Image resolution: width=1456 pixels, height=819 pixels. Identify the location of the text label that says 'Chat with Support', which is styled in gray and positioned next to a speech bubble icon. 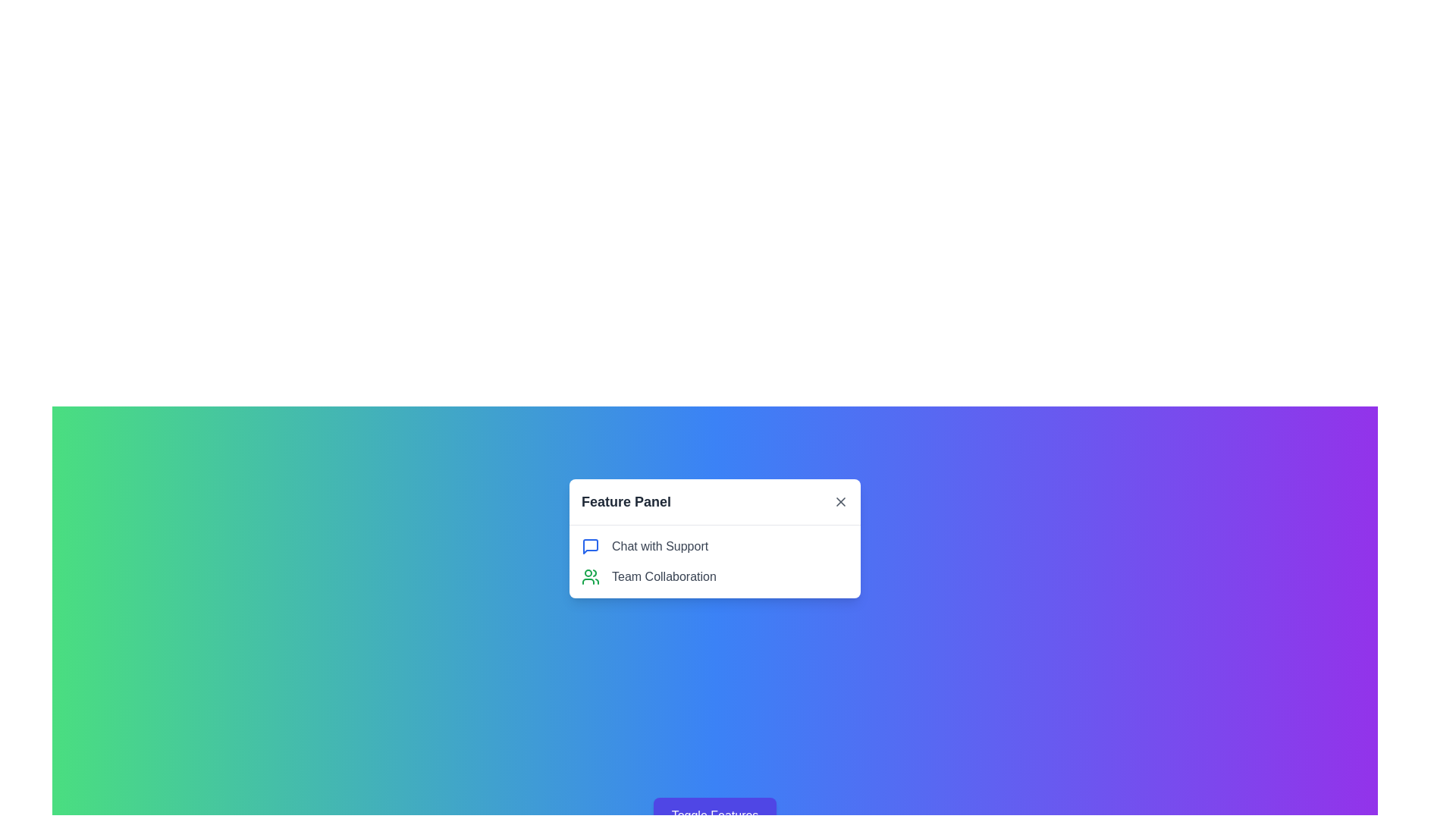
(660, 547).